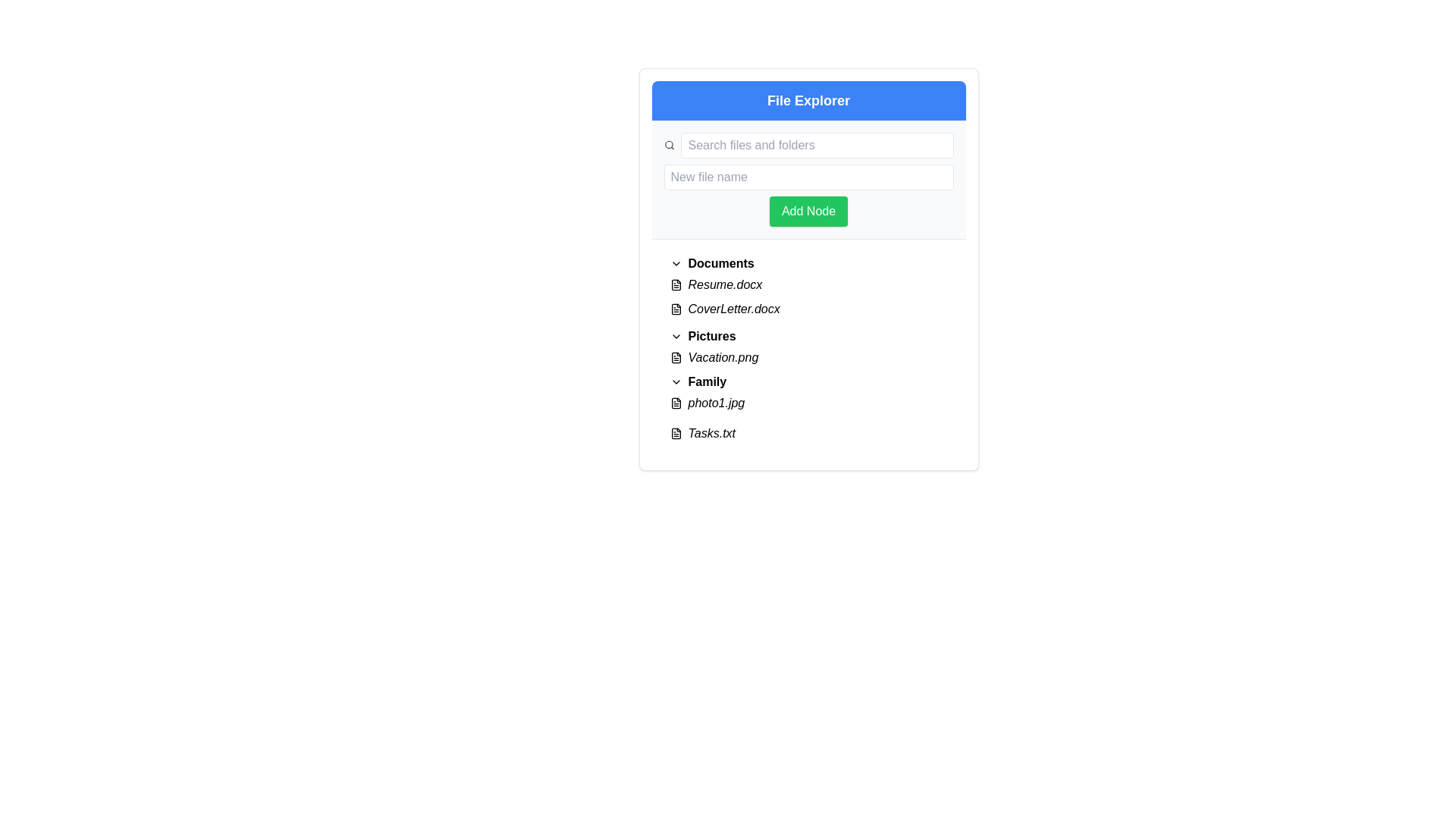 This screenshot has height=819, width=1456. What do you see at coordinates (808, 309) in the screenshot?
I see `the 'CoverLetter.docx' file entry within the Documents folder` at bounding box center [808, 309].